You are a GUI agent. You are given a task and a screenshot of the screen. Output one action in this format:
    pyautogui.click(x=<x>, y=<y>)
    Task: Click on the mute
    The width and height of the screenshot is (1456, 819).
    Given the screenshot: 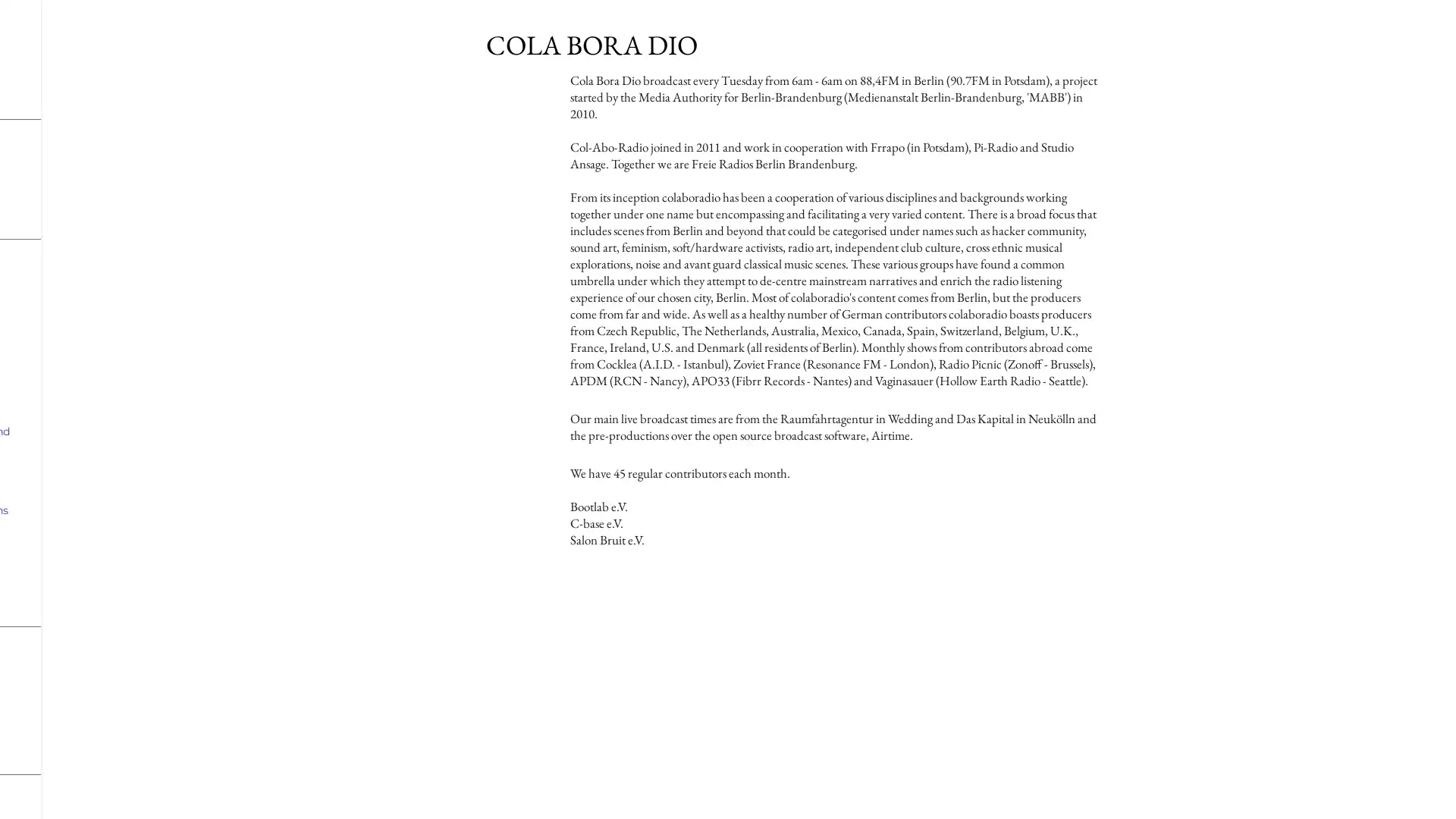 What is the action you would take?
    pyautogui.click(x=115, y=184)
    